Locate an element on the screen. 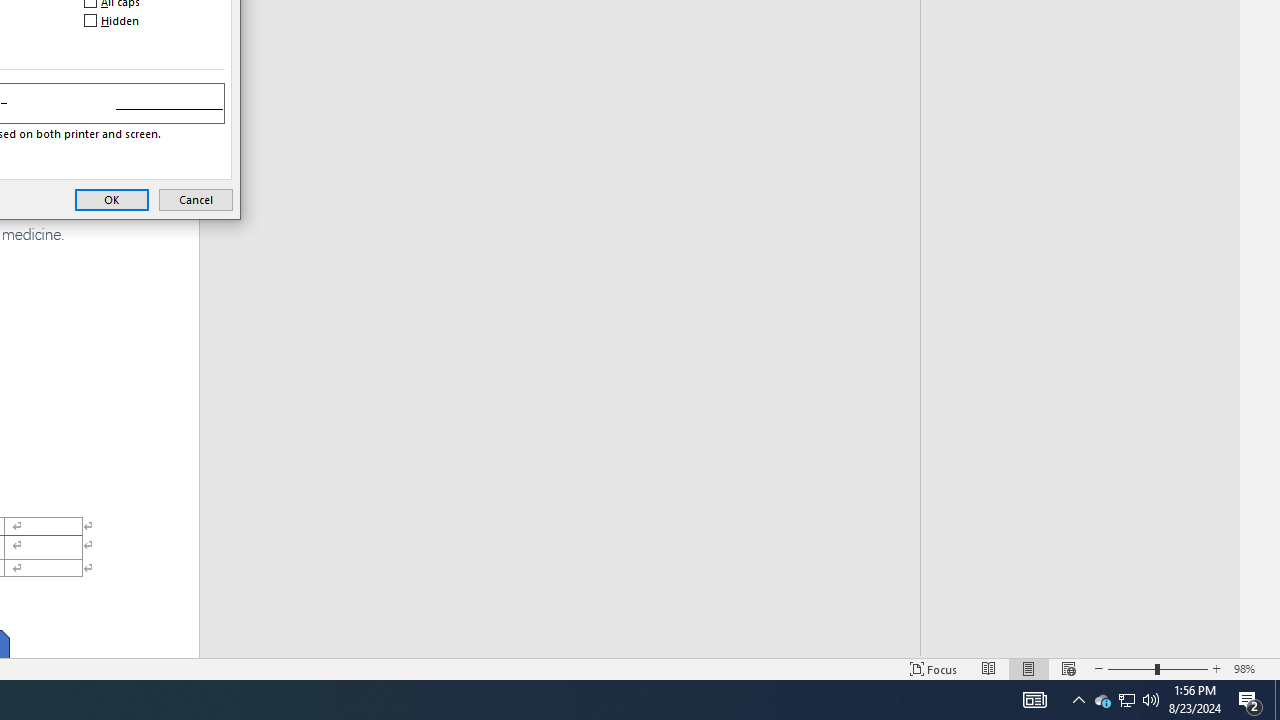 Image resolution: width=1280 pixels, height=720 pixels. 'Hidden' is located at coordinates (112, 20).